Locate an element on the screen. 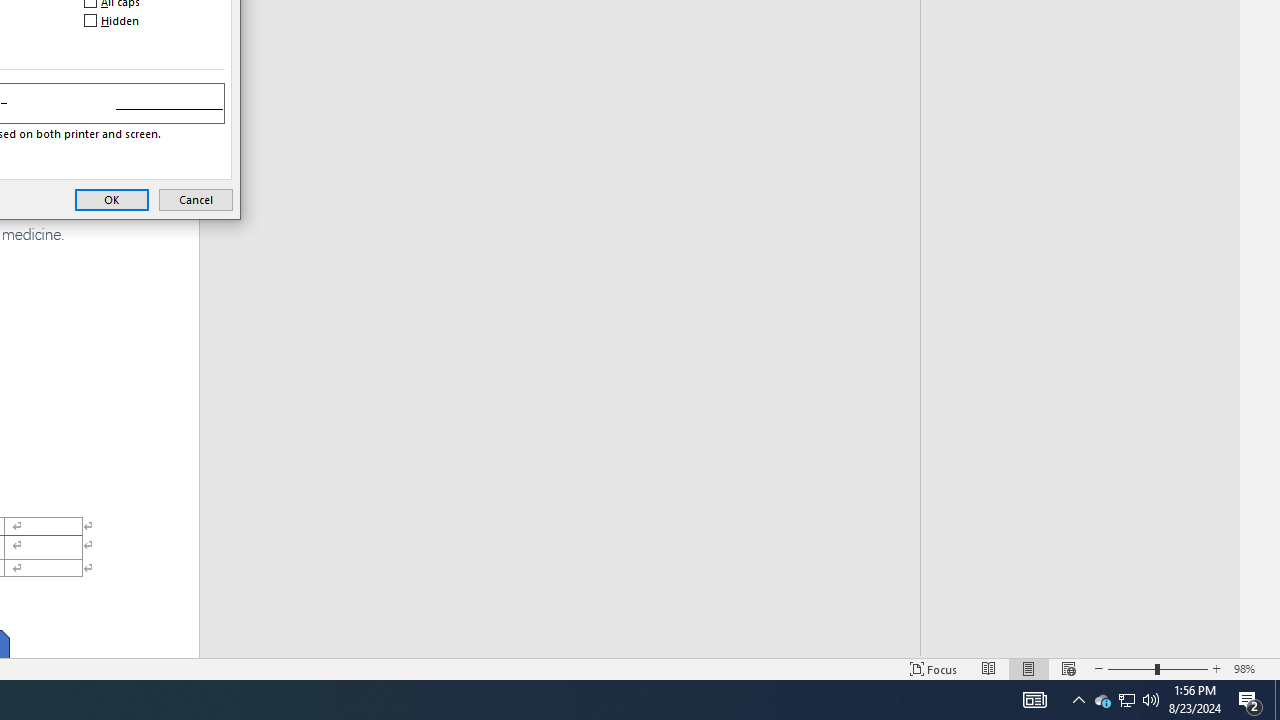 Image resolution: width=1280 pixels, height=720 pixels. 'Hidden' is located at coordinates (112, 20).